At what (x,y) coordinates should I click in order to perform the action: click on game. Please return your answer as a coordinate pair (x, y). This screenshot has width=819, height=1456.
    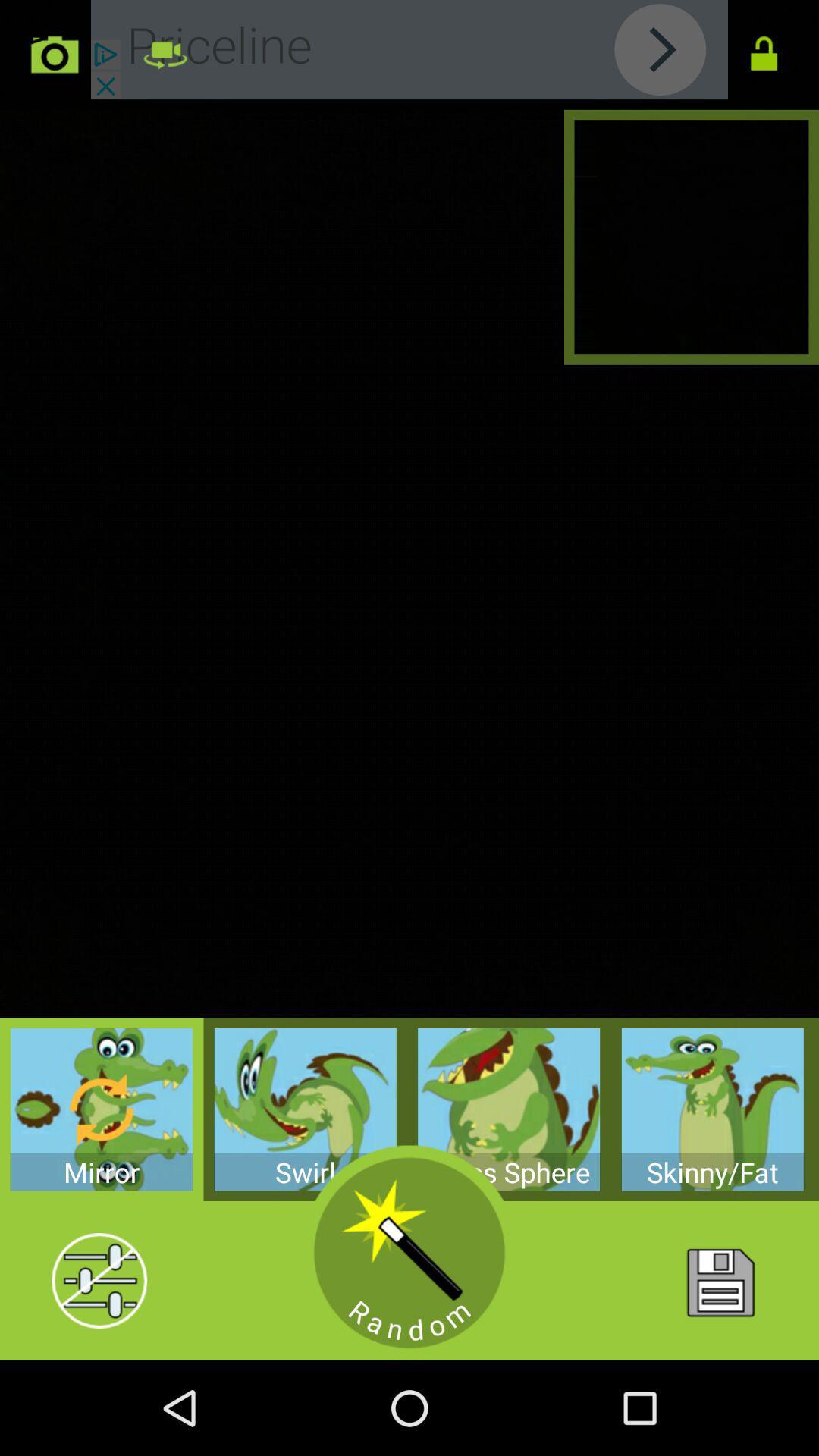
    Looking at the image, I should click on (409, 1253).